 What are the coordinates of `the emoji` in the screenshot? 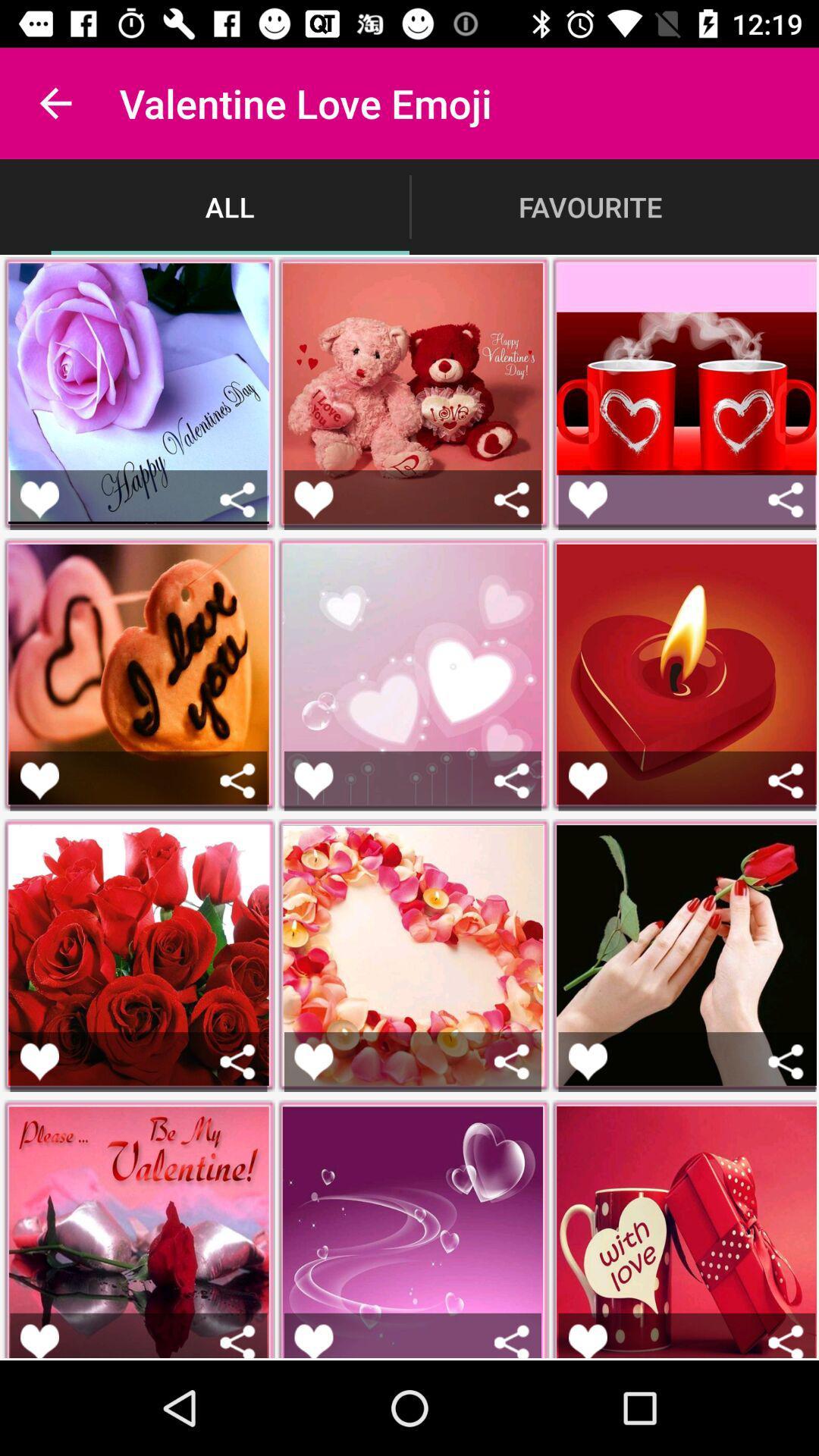 It's located at (312, 1061).